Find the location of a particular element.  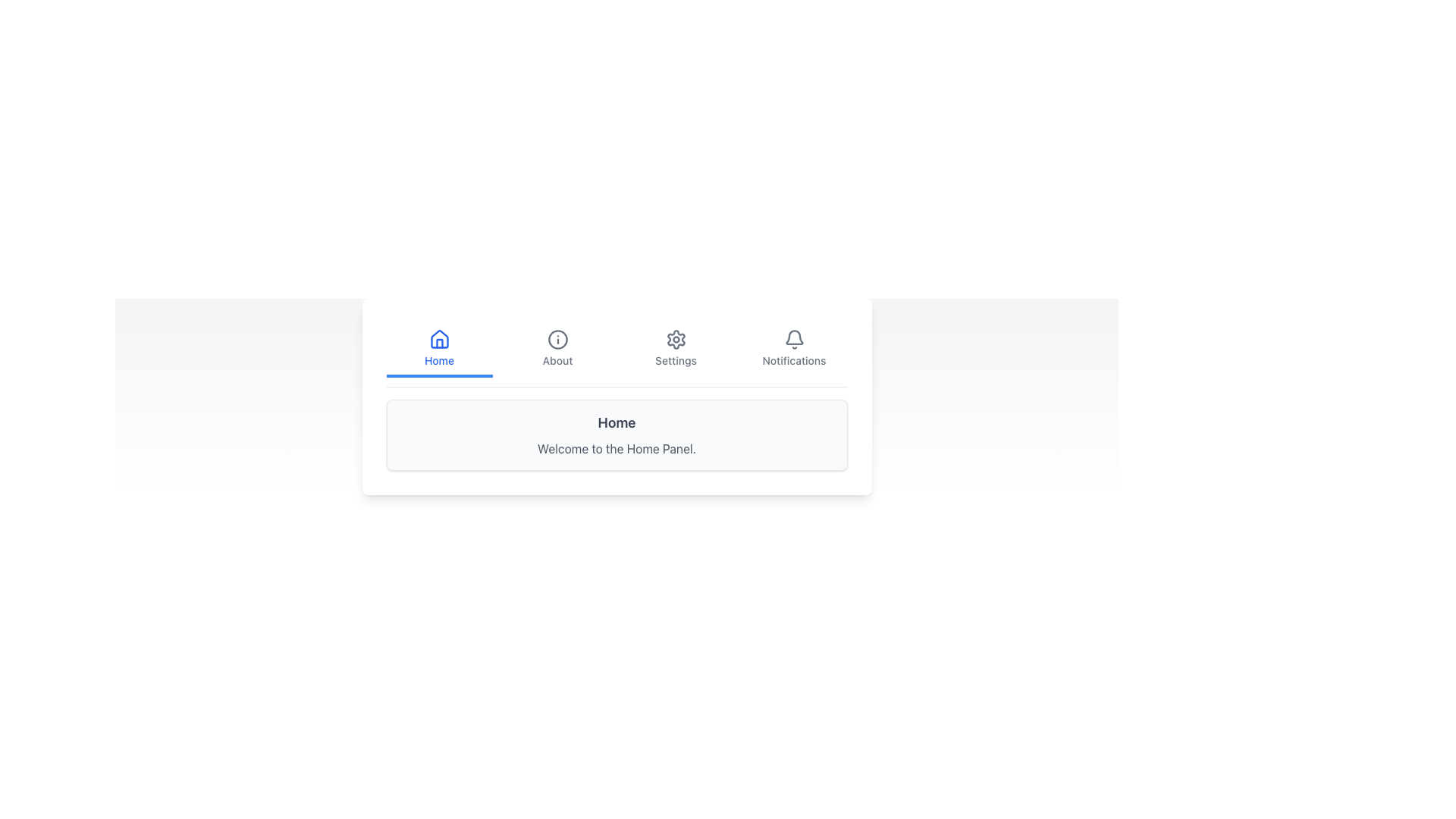

the lower part of the house icon represented by the SVG element, which serves as a symbolic representation for 'Home' in the user interface is located at coordinates (438, 338).